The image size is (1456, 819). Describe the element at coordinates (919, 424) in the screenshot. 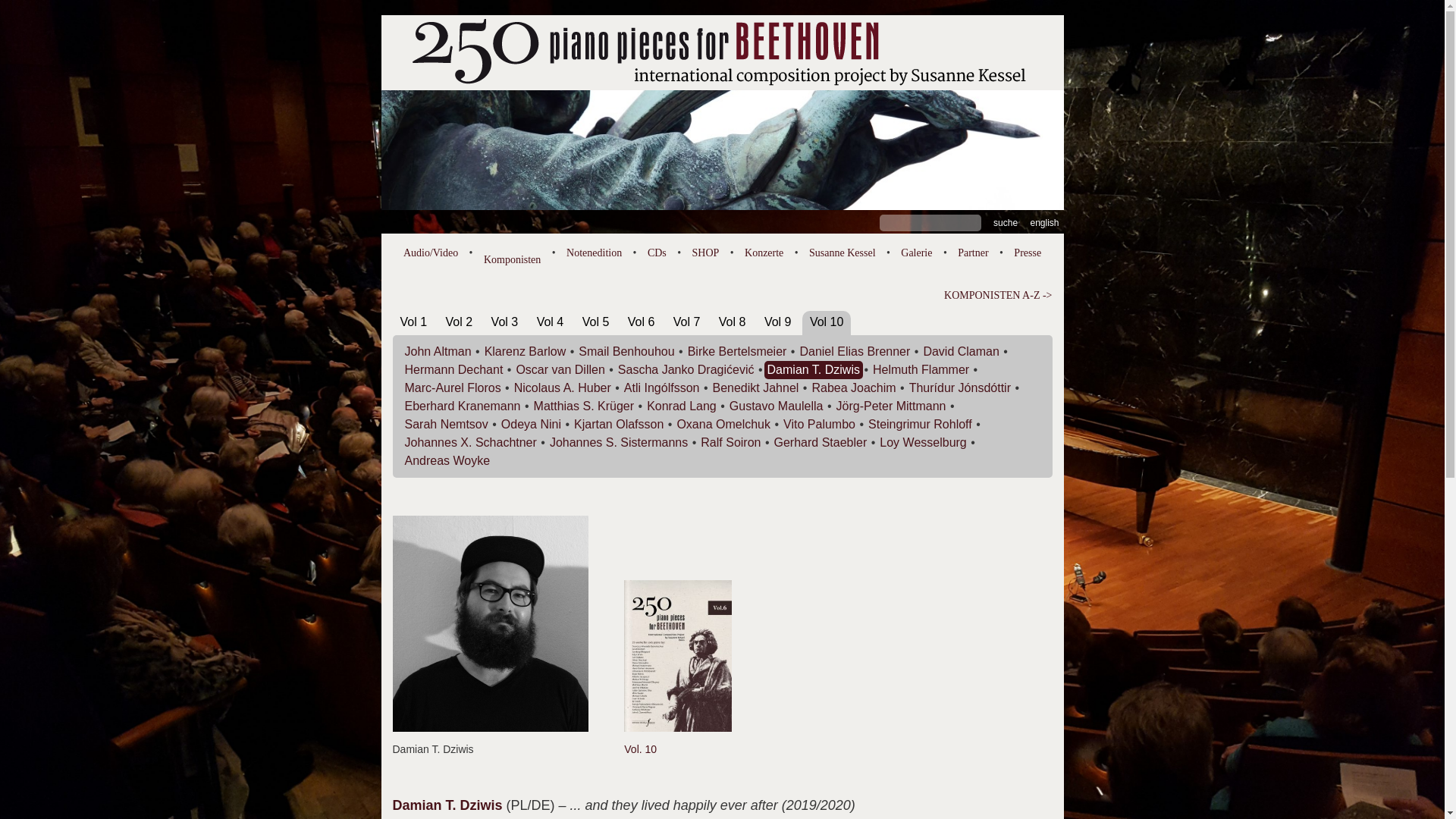

I see `'Steingrimur Rohloff'` at that location.